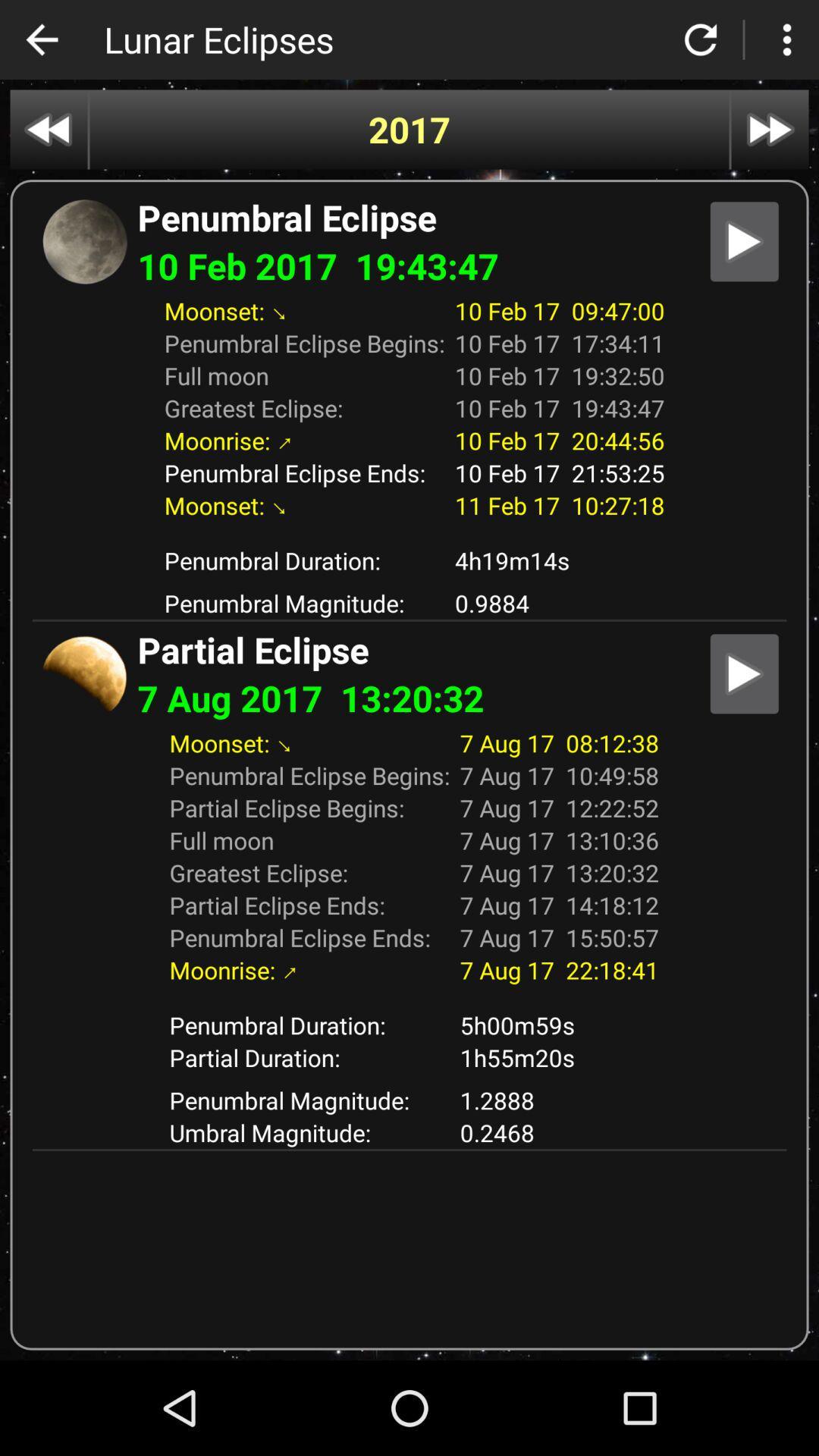  I want to click on item above penumbral duration:, so click(408, 997).